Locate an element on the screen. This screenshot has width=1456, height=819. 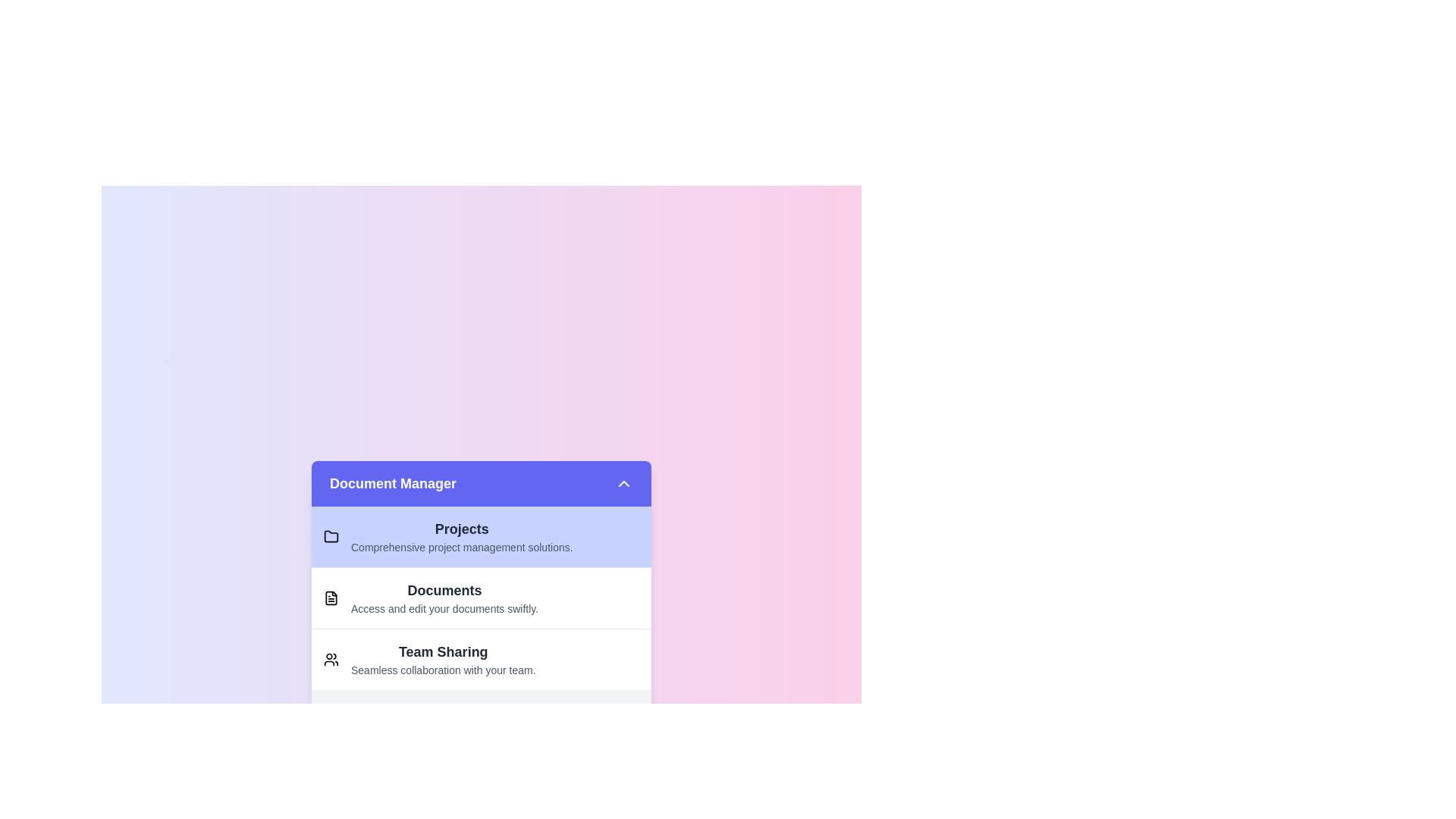
the item Documents in the list to select it is located at coordinates (480, 596).